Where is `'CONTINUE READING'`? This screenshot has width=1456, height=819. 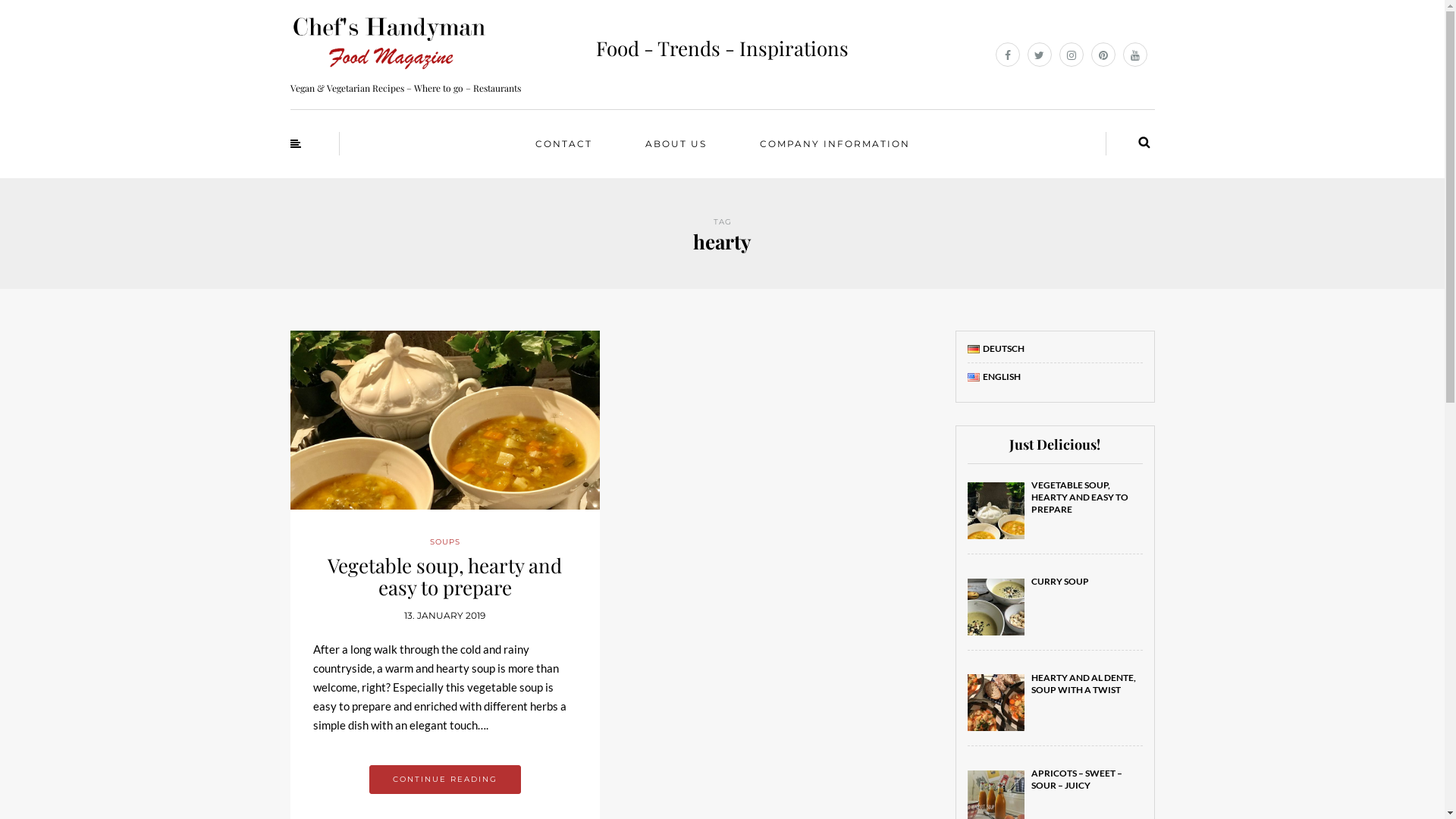
'CONTINUE READING' is located at coordinates (444, 780).